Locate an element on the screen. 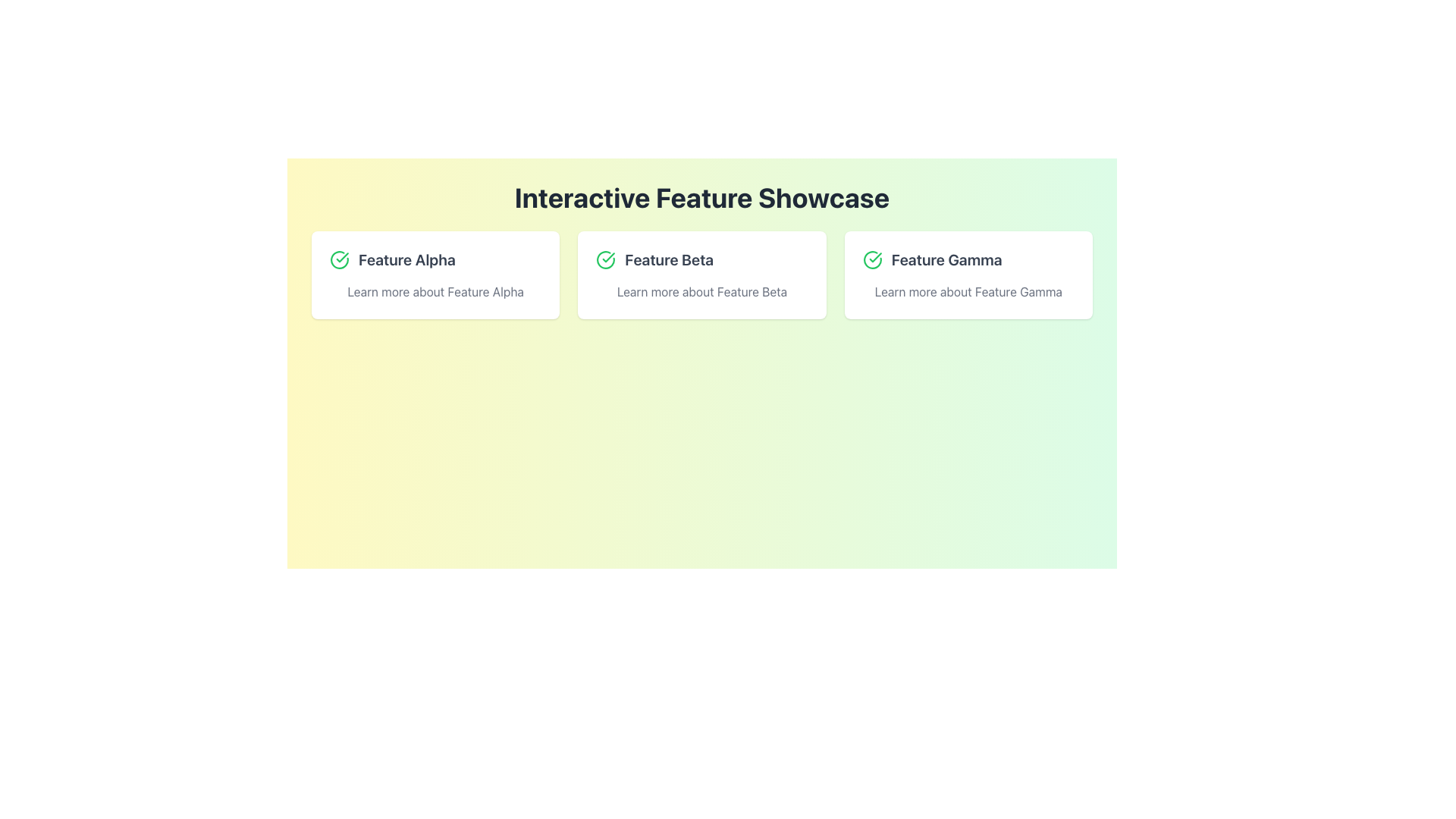  text of the bold, large text label displaying 'Feature Alpha', which is prominently positioned as the title for the first feature card in the interface is located at coordinates (406, 259).